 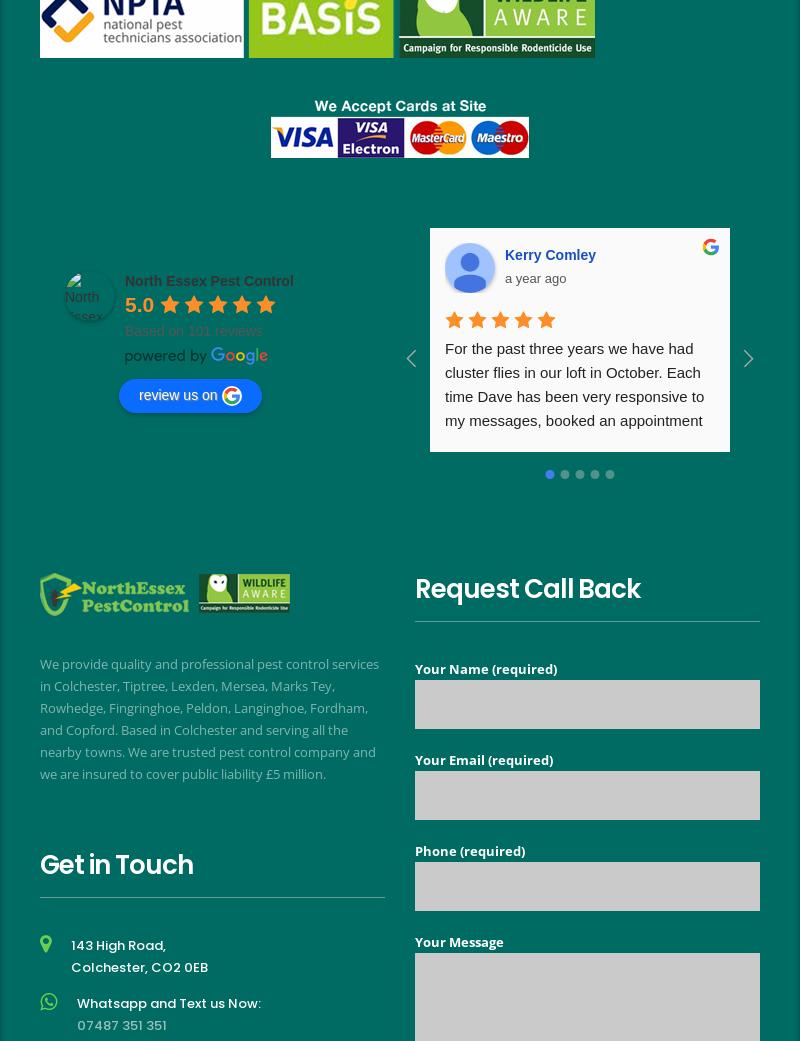 What do you see at coordinates (209, 716) in the screenshot?
I see `'We provide quality and professional pest control services in Colchester, Tiptree, Lexden, Mersea, Marks Tey, Rowhedge, Fingringhoe, Peldon, Langinghoe, Fordham, and Copford. Based in Colchester and serving all the nearby towns. We are trusted pest control company and we are insured to cover public liability £5 million.'` at bounding box center [209, 716].